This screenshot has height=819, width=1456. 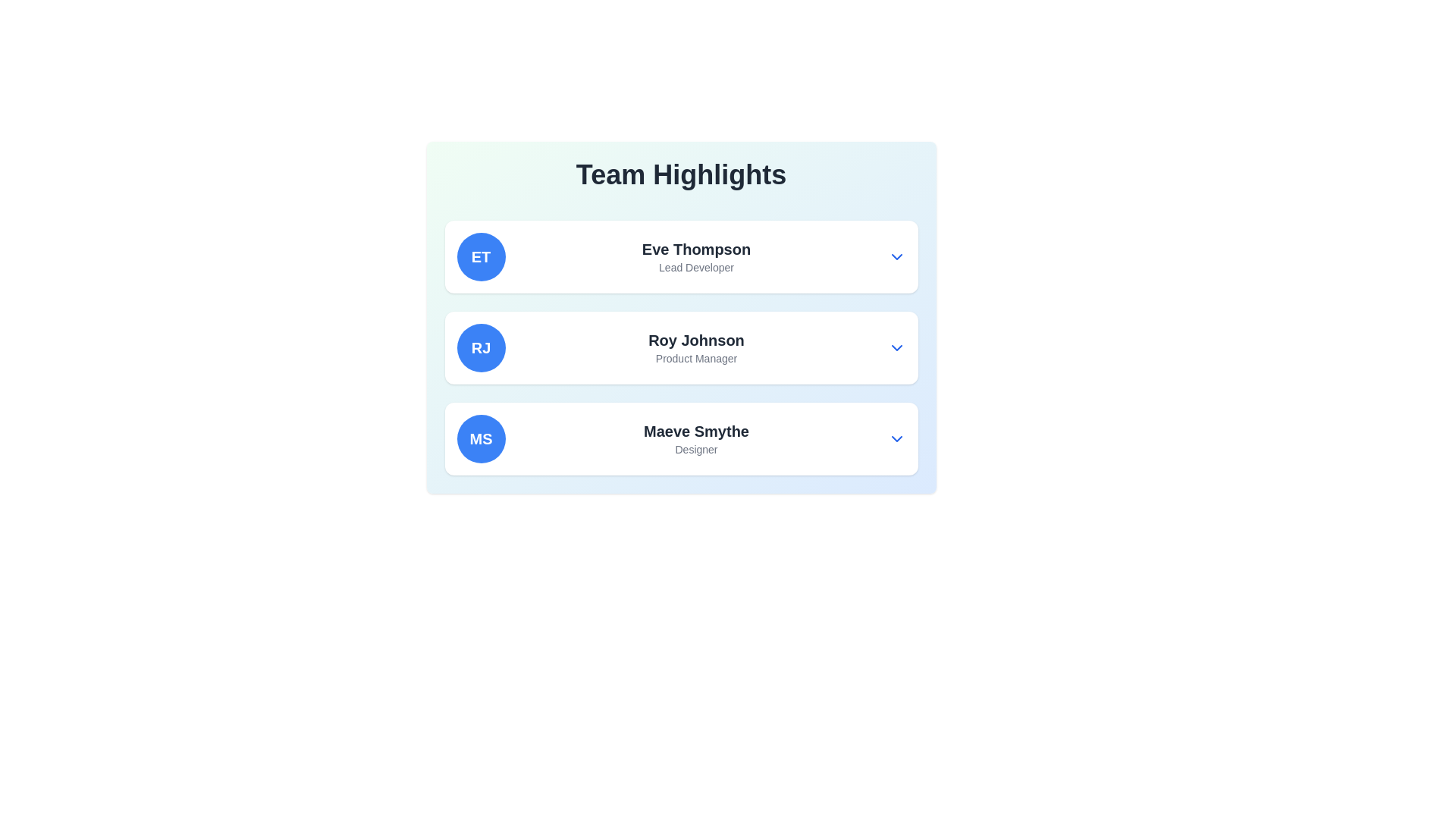 I want to click on the Dropdown Toggle Button located in the 'Maeve Smythe' profile group, so click(x=896, y=438).